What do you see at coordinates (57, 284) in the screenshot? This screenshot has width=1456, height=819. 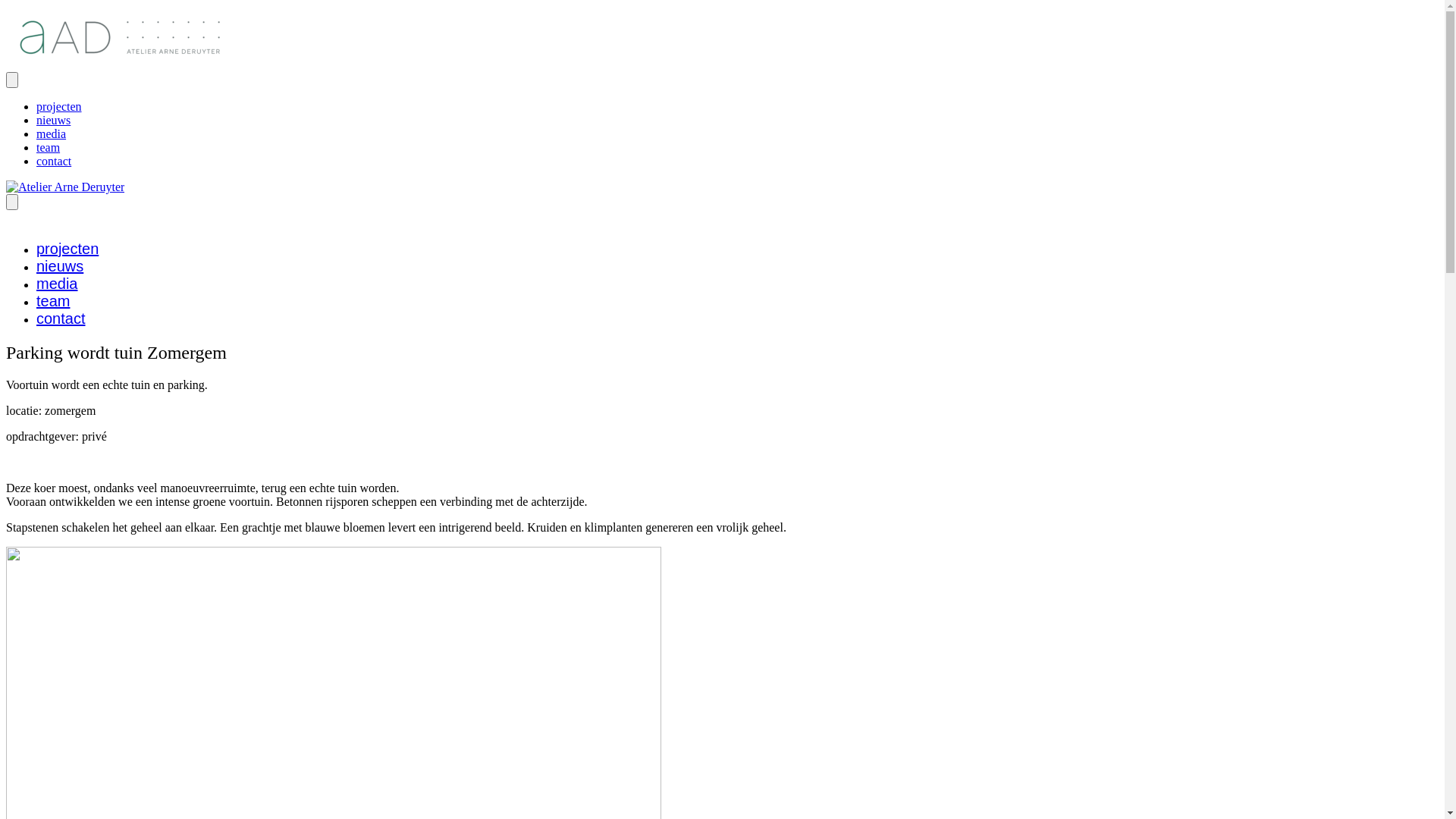 I see `'media'` at bounding box center [57, 284].